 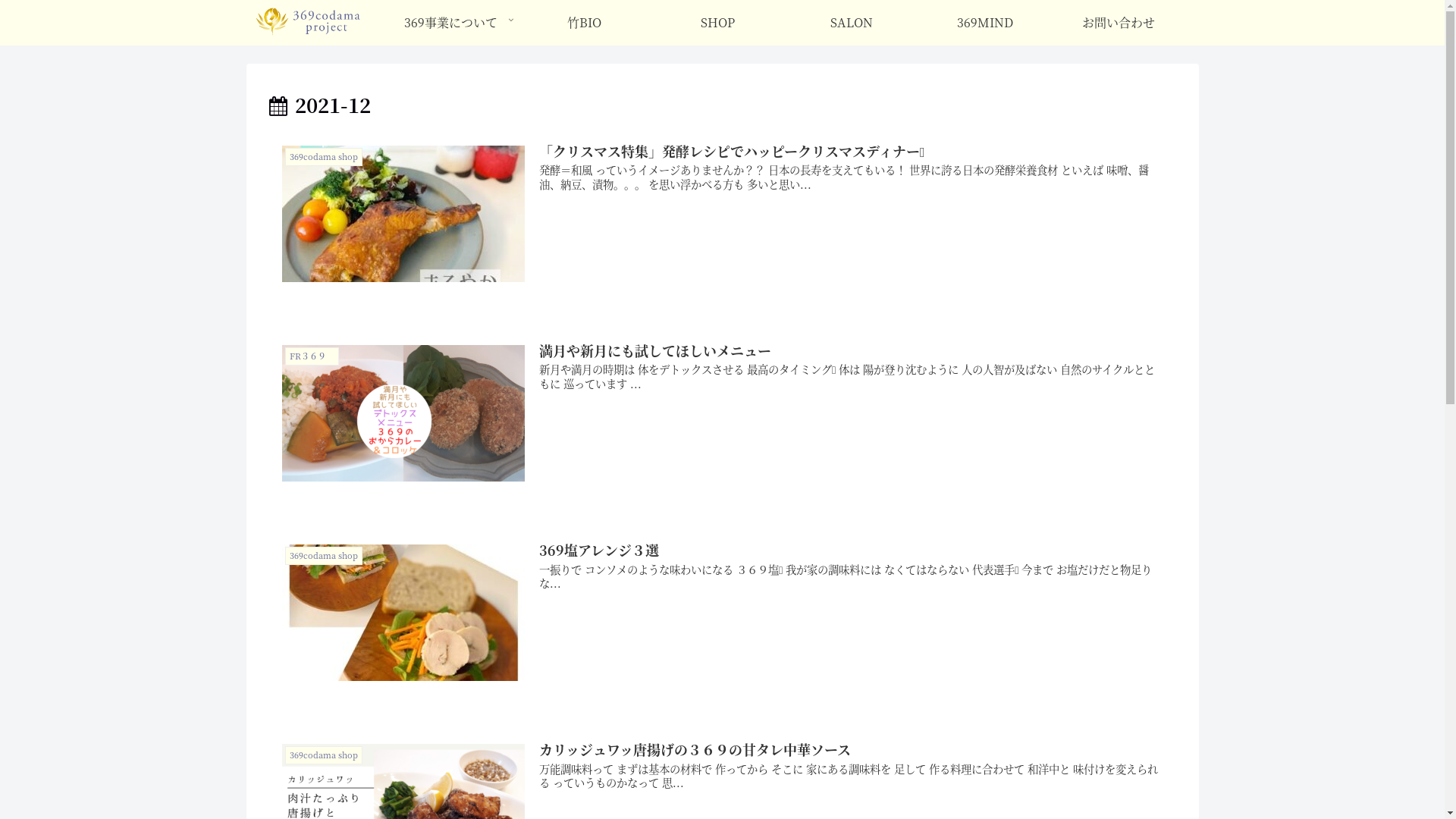 I want to click on 'SHOP', so click(x=717, y=23).